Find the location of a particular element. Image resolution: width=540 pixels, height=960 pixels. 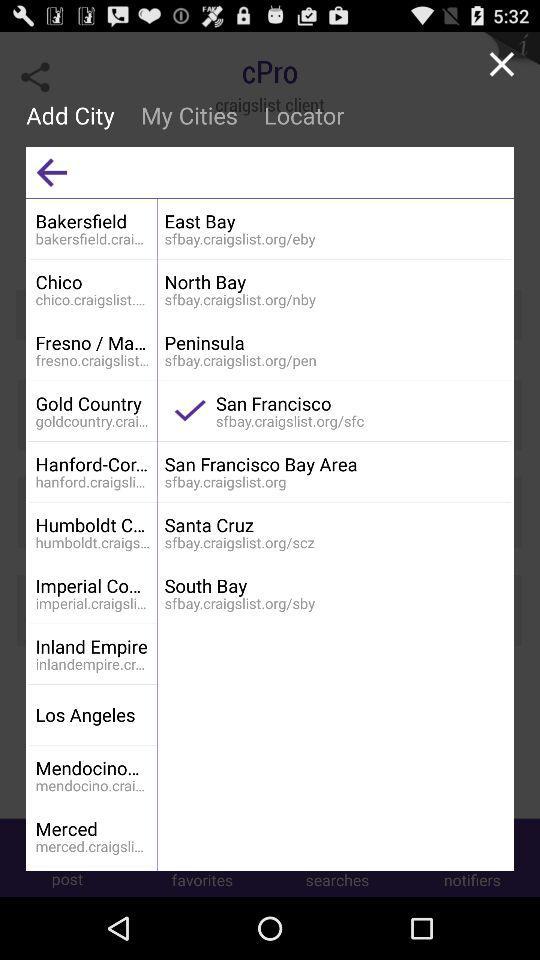

go back is located at coordinates (51, 171).